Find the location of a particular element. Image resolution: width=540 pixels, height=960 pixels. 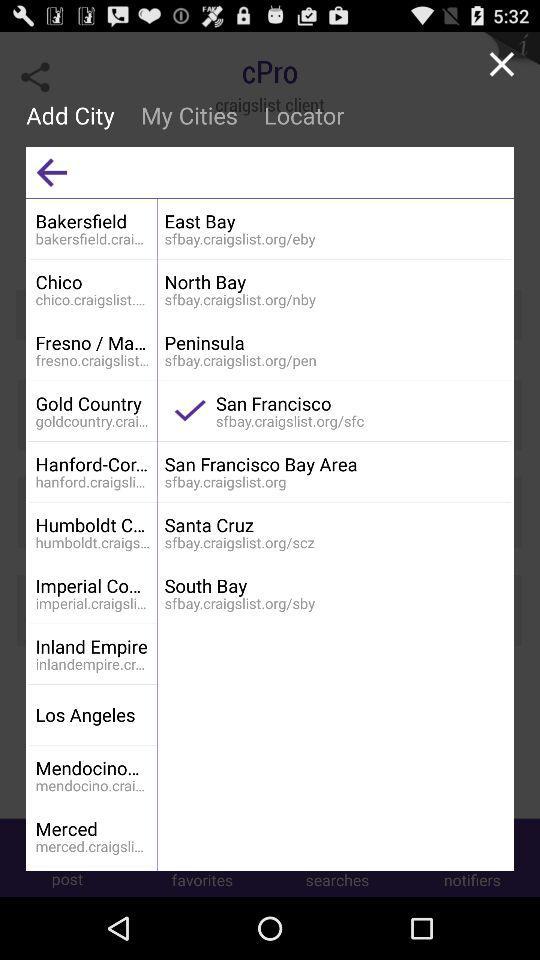

go back is located at coordinates (51, 171).